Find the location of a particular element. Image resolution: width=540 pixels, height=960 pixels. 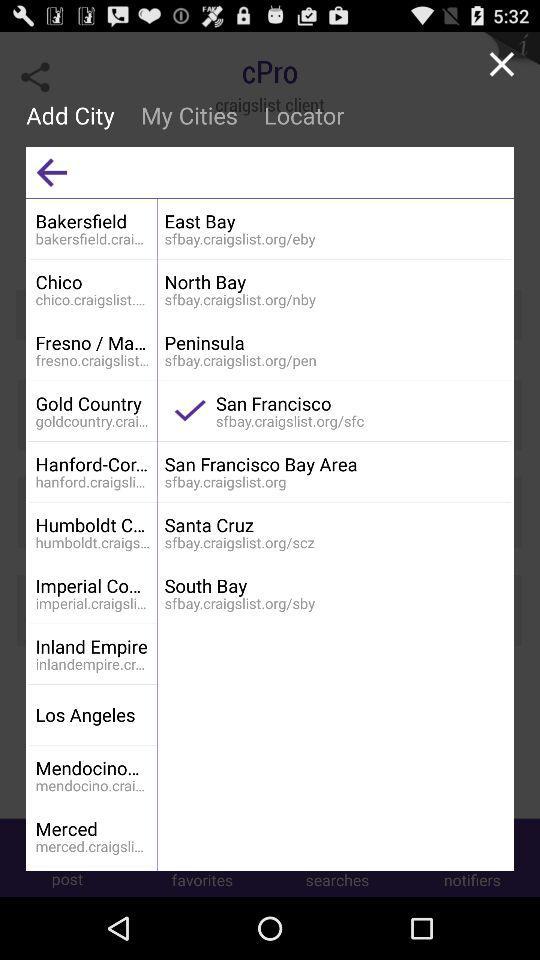

go back is located at coordinates (51, 171).